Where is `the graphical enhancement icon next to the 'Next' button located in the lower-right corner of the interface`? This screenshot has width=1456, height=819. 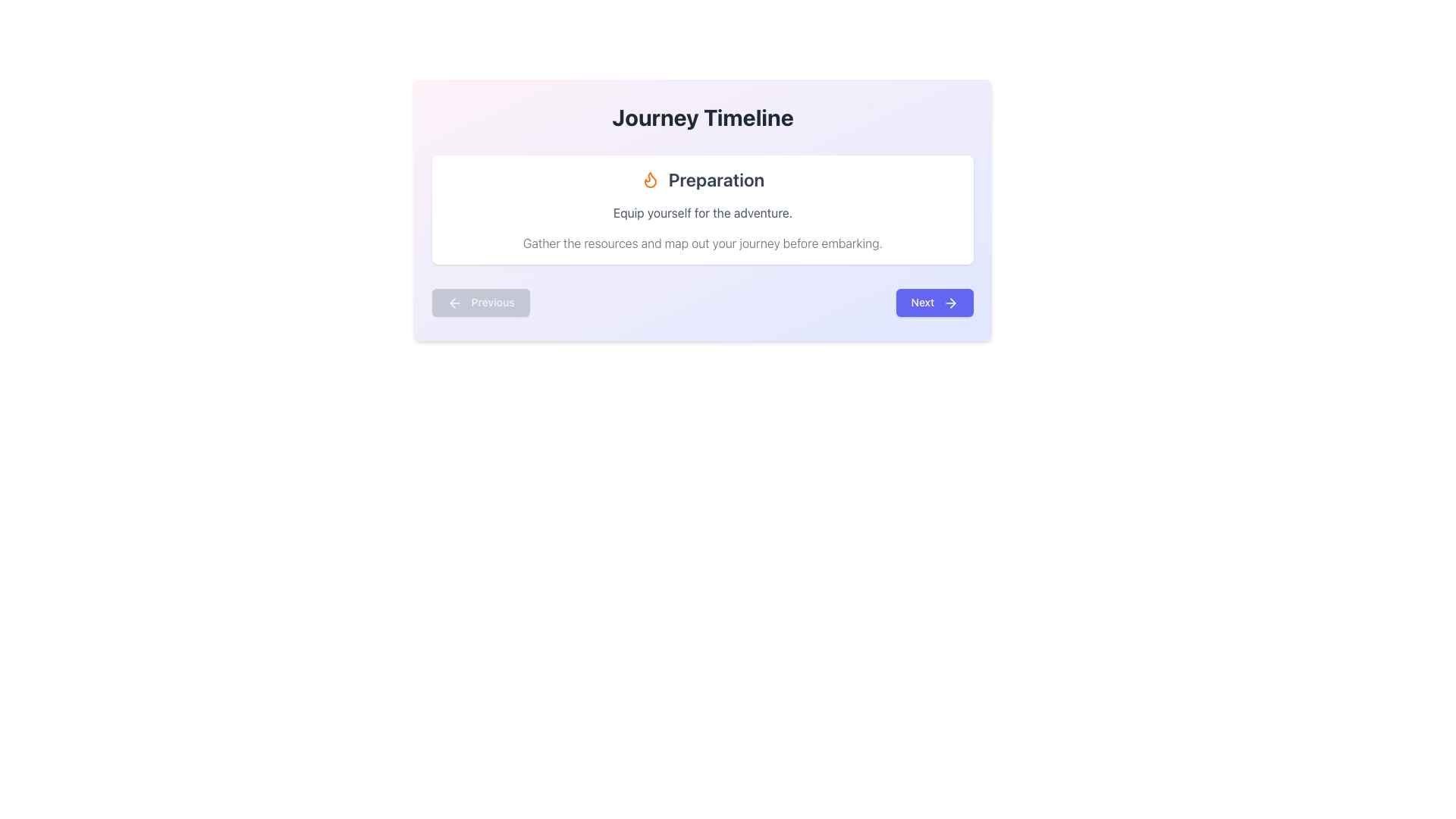 the graphical enhancement icon next to the 'Next' button located in the lower-right corner of the interface is located at coordinates (949, 303).